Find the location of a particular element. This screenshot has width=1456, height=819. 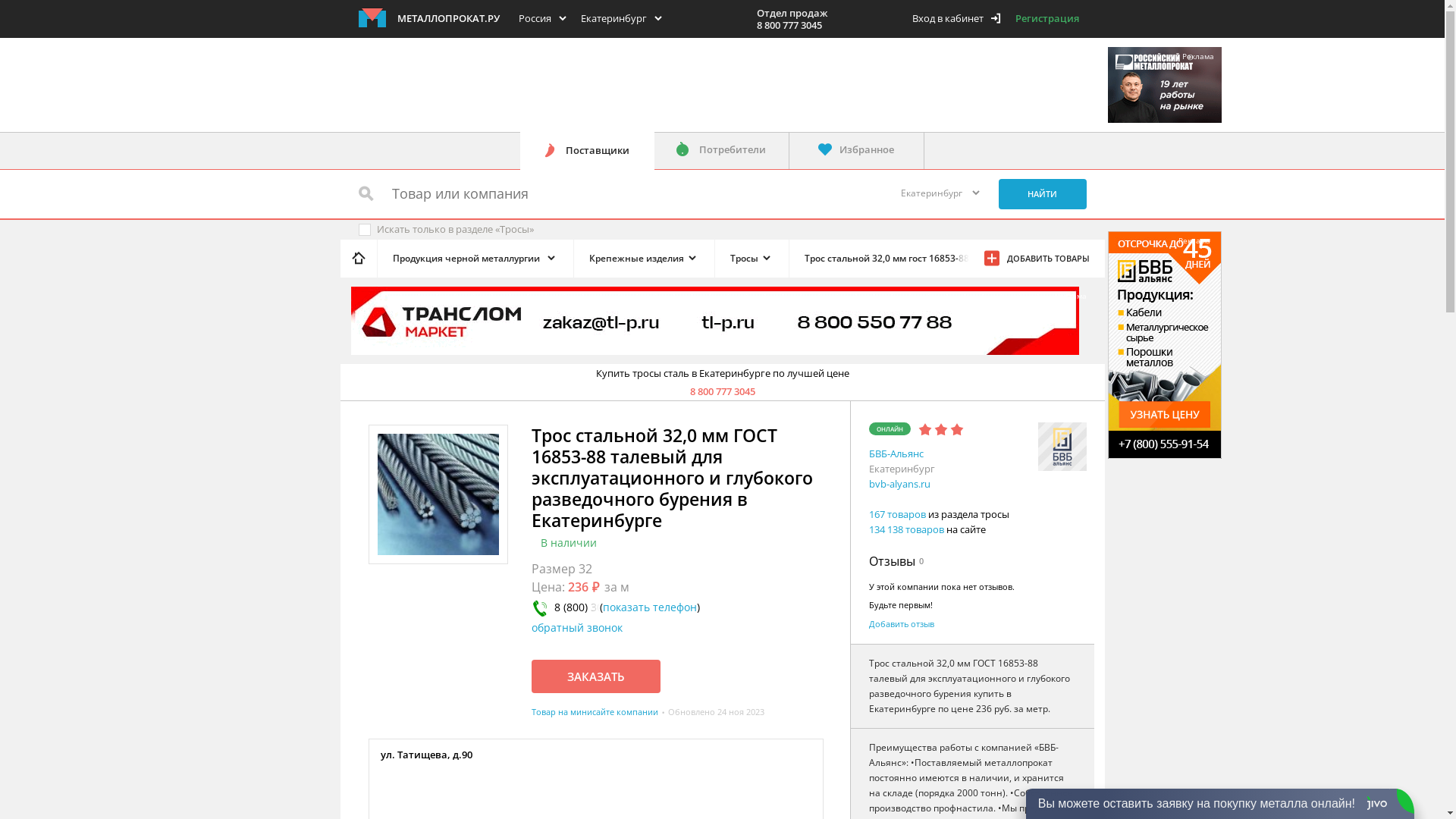

'bvb-alyans.ru' is located at coordinates (899, 483).